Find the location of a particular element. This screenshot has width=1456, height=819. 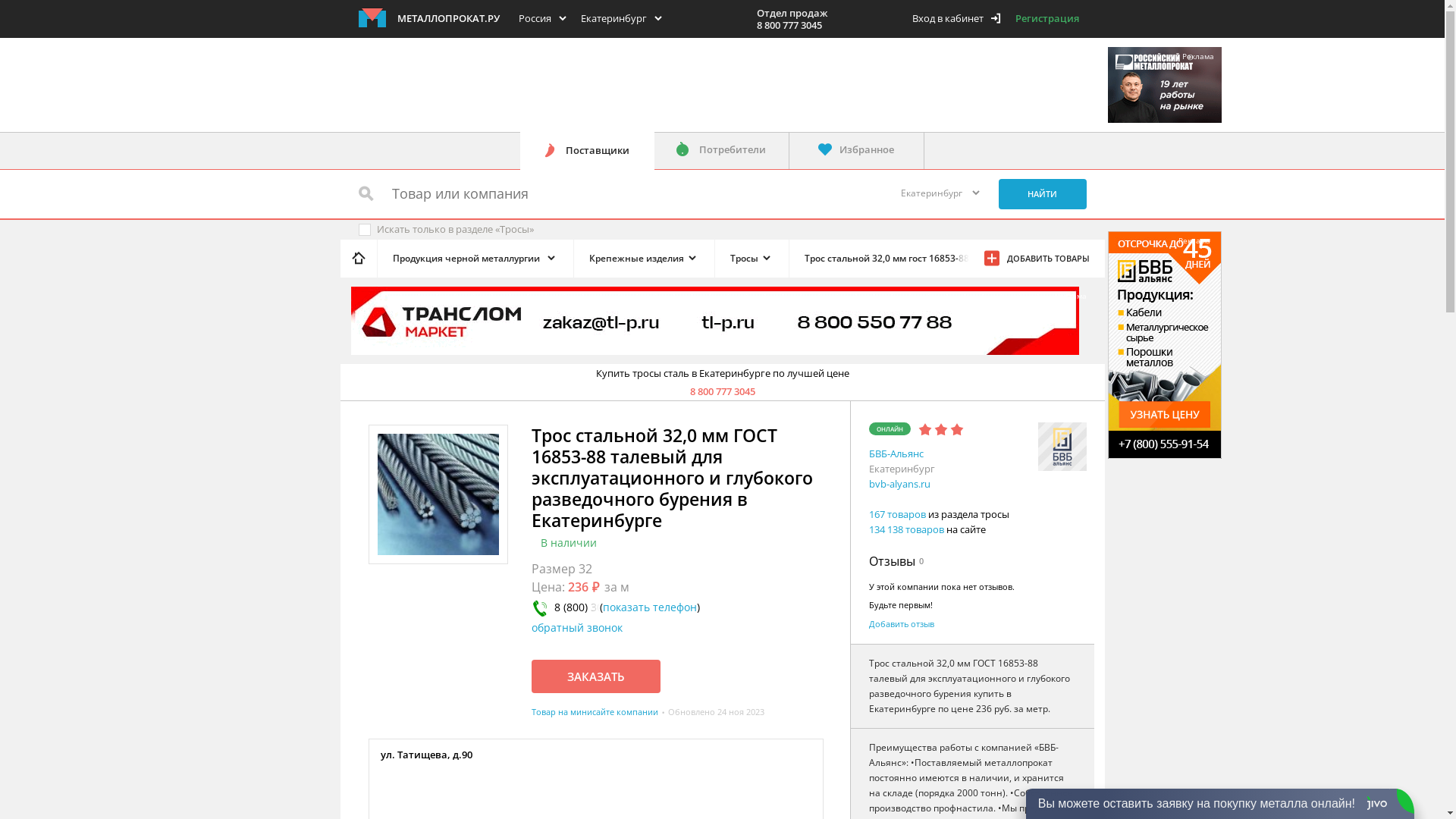

'bvb-alyans.ru' is located at coordinates (899, 483).